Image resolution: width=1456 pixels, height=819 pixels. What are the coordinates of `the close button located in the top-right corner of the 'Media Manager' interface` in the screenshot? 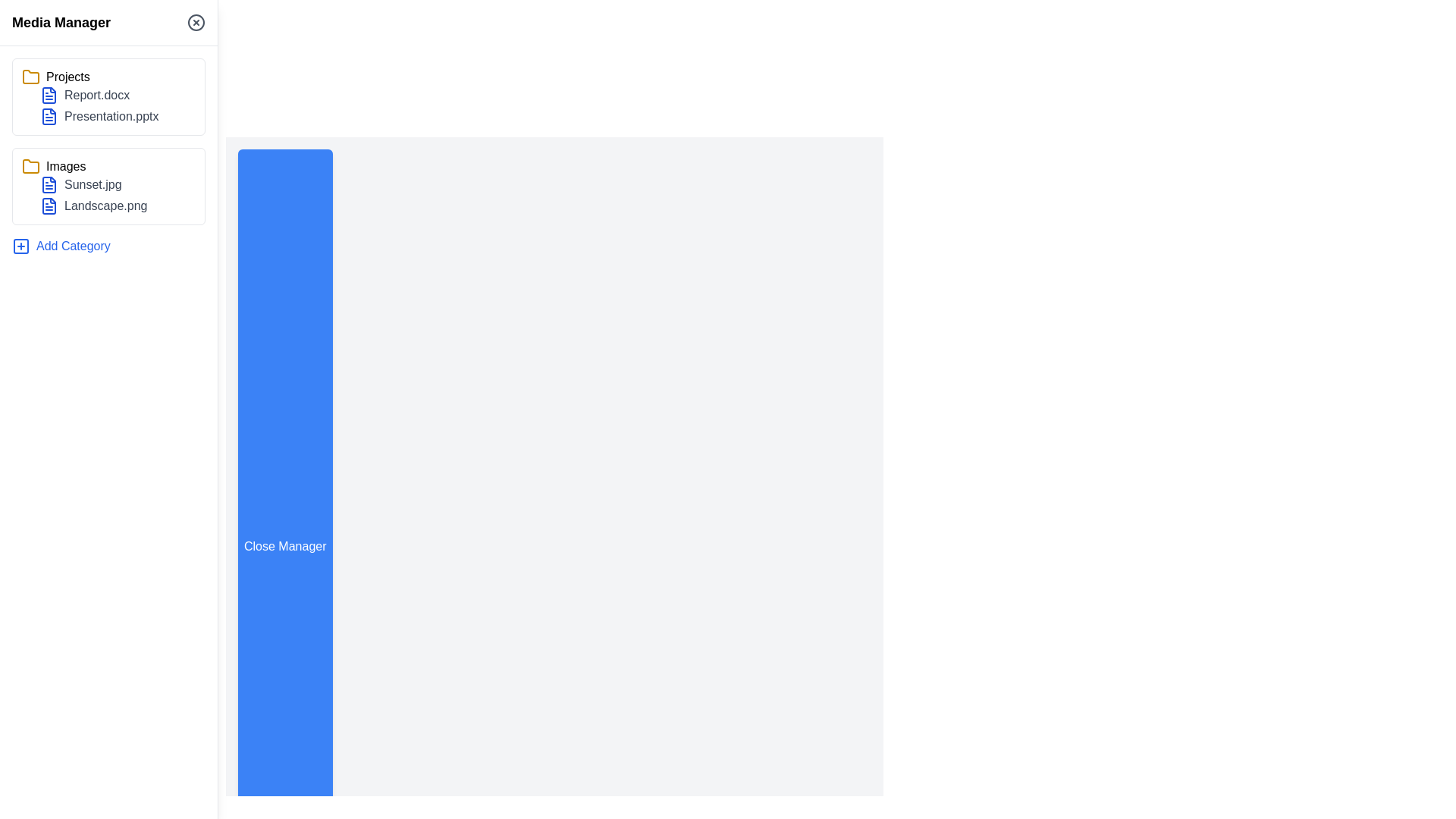 It's located at (196, 23).